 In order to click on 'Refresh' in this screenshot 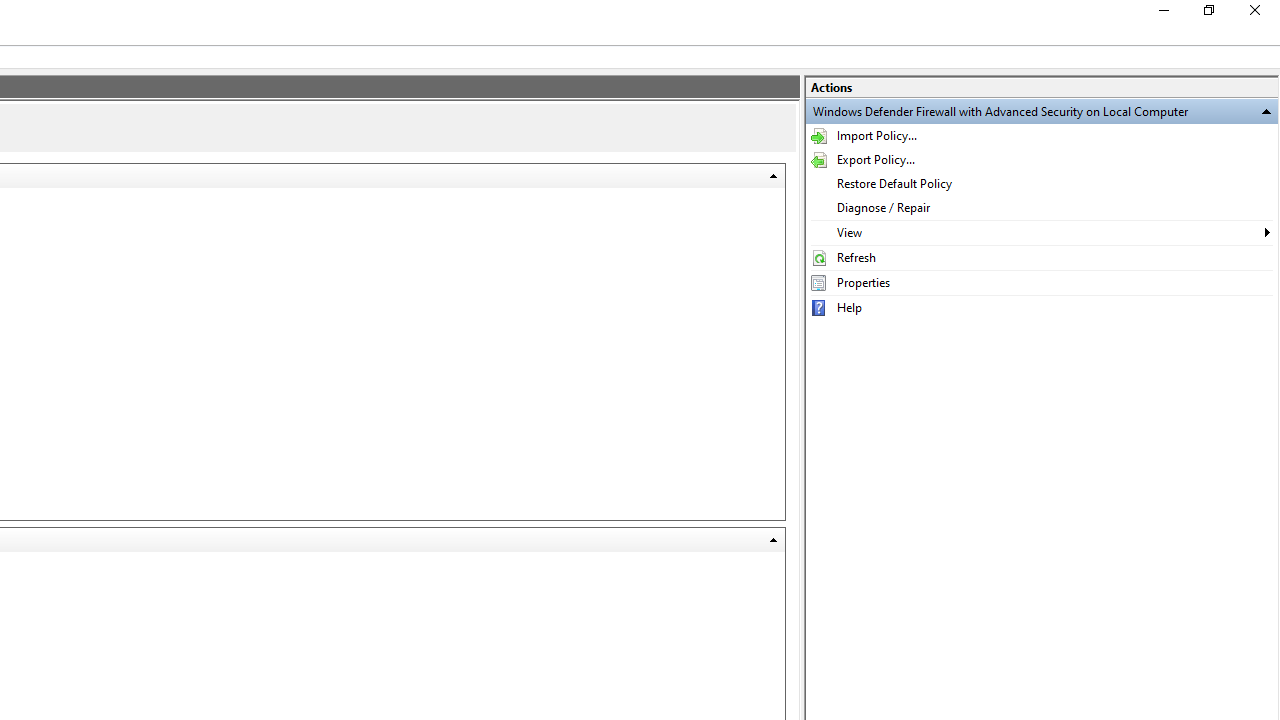, I will do `click(1040, 257)`.